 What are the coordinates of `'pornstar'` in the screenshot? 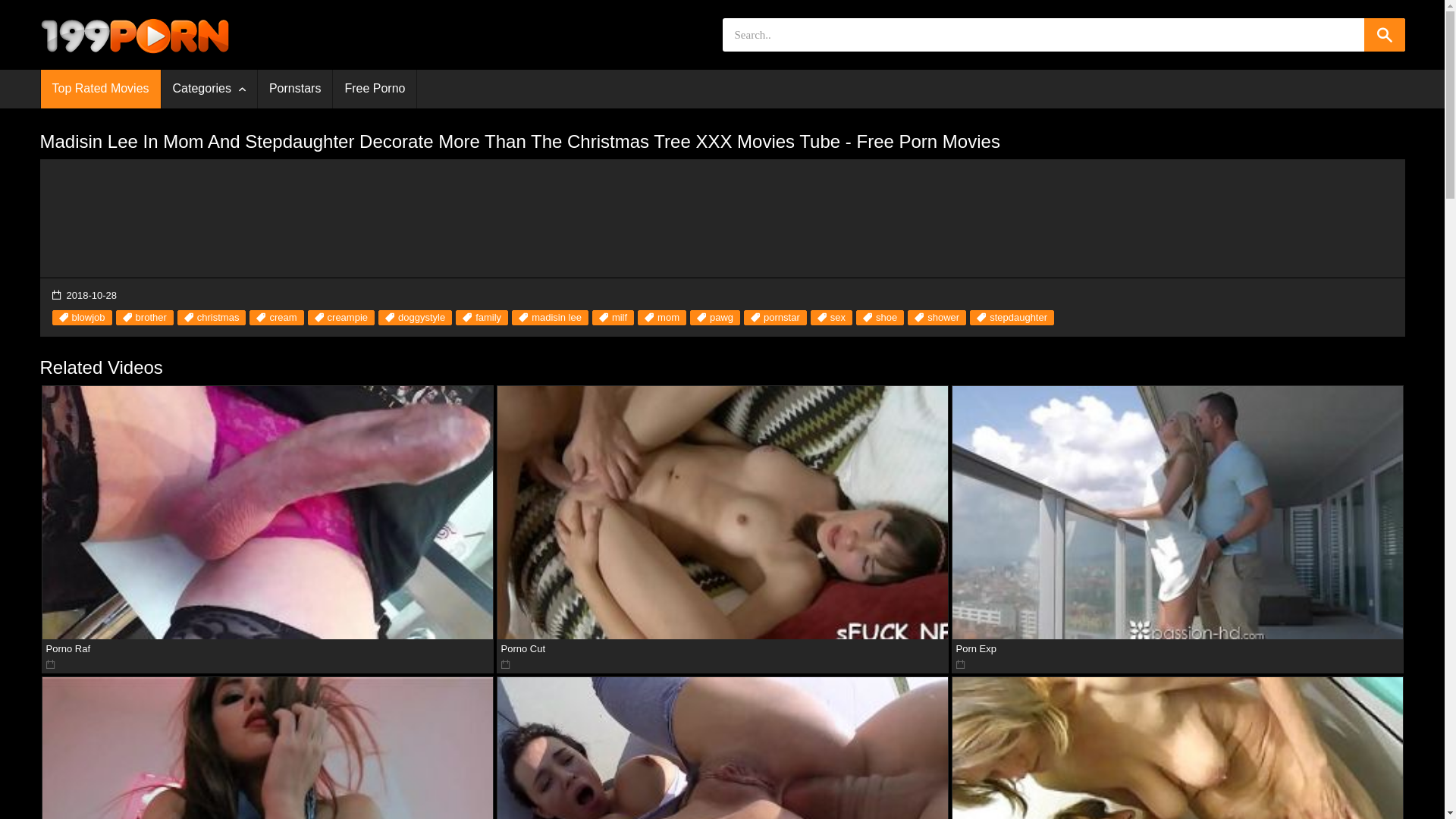 It's located at (743, 317).